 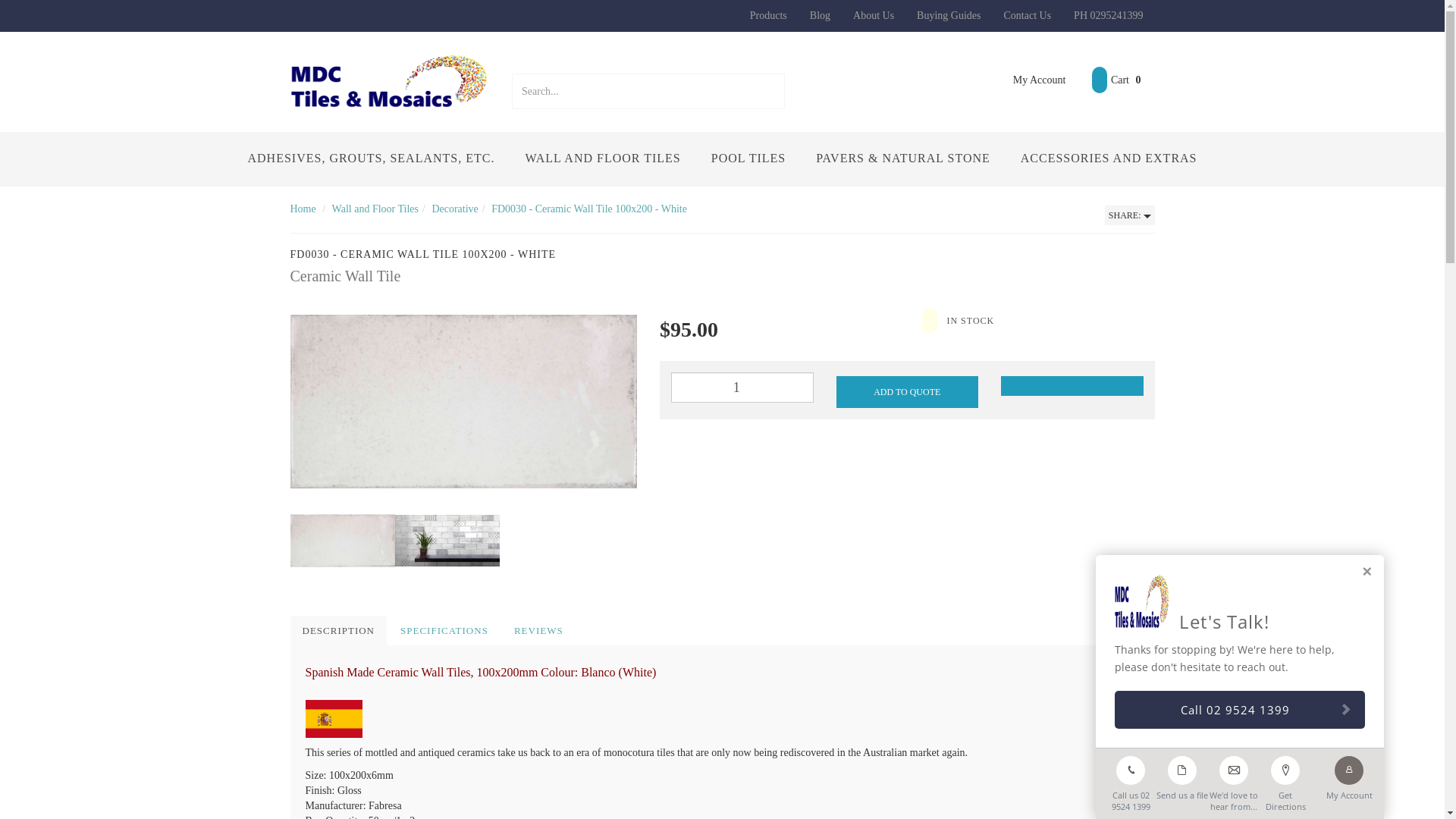 What do you see at coordinates (1108, 15) in the screenshot?
I see `'PH 0295241399'` at bounding box center [1108, 15].